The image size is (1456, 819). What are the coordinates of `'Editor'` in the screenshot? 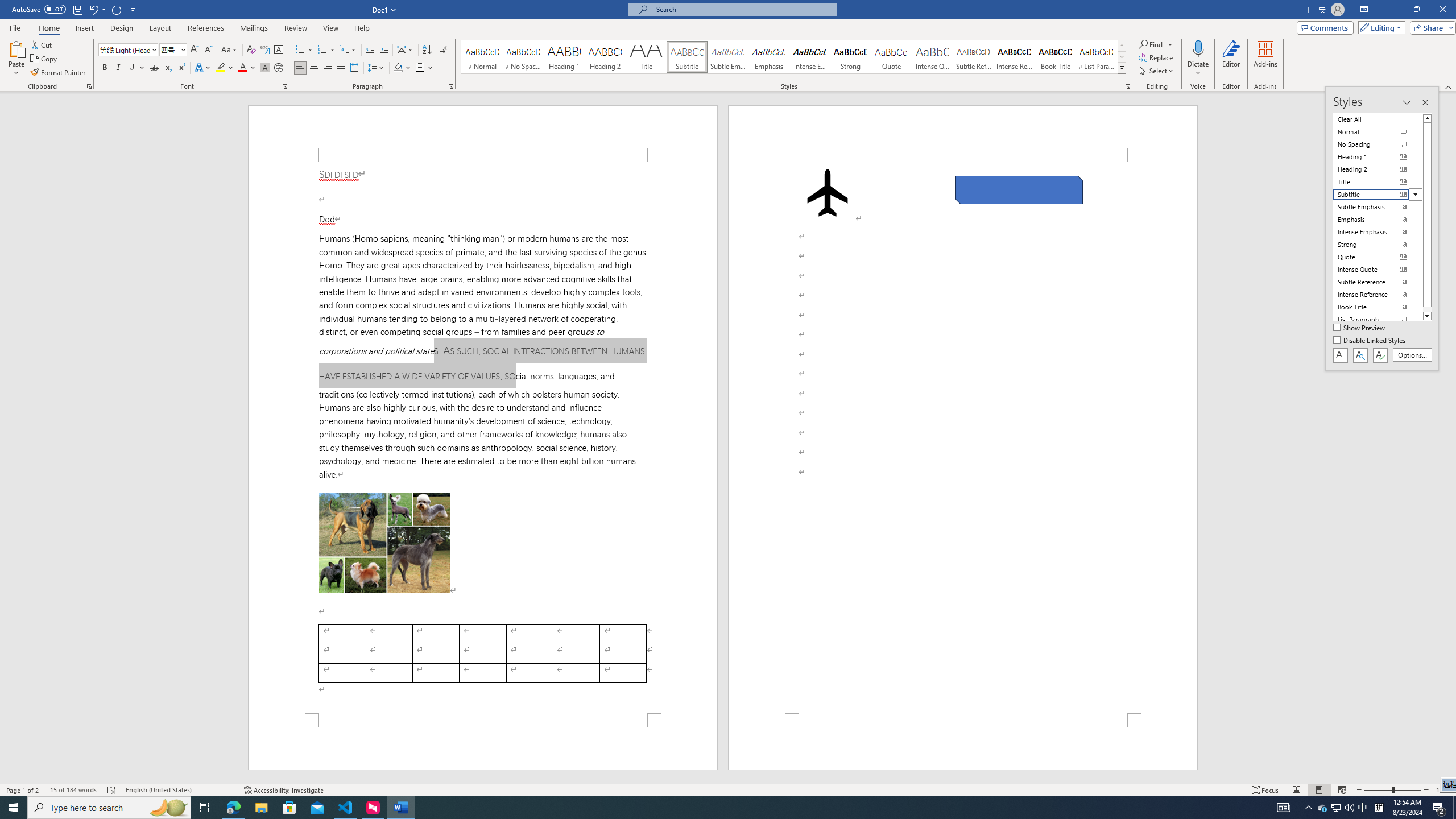 It's located at (1231, 59).